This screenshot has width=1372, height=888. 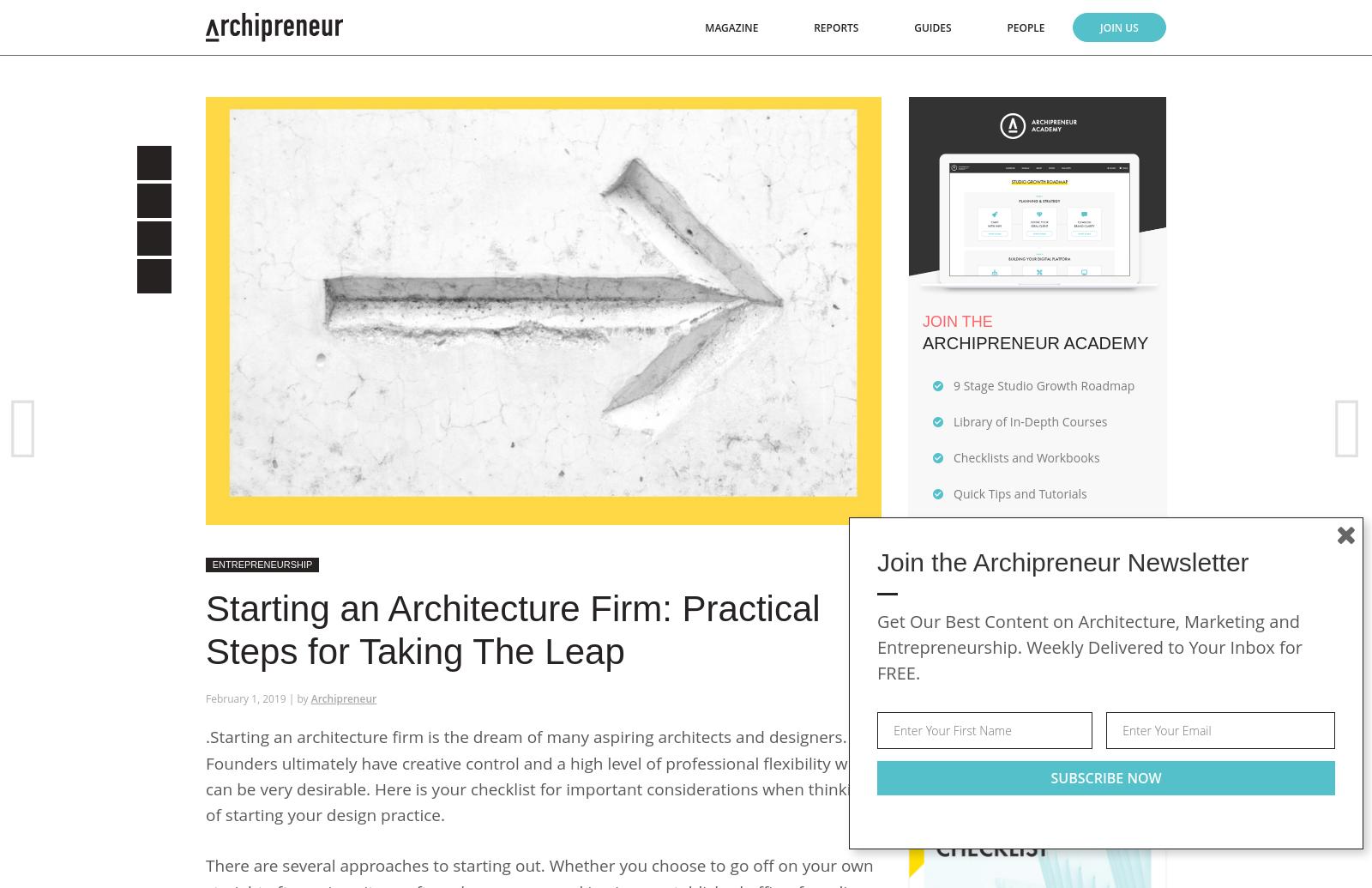 I want to click on '9 Stage Studio Growth Roadmap', so click(x=954, y=384).